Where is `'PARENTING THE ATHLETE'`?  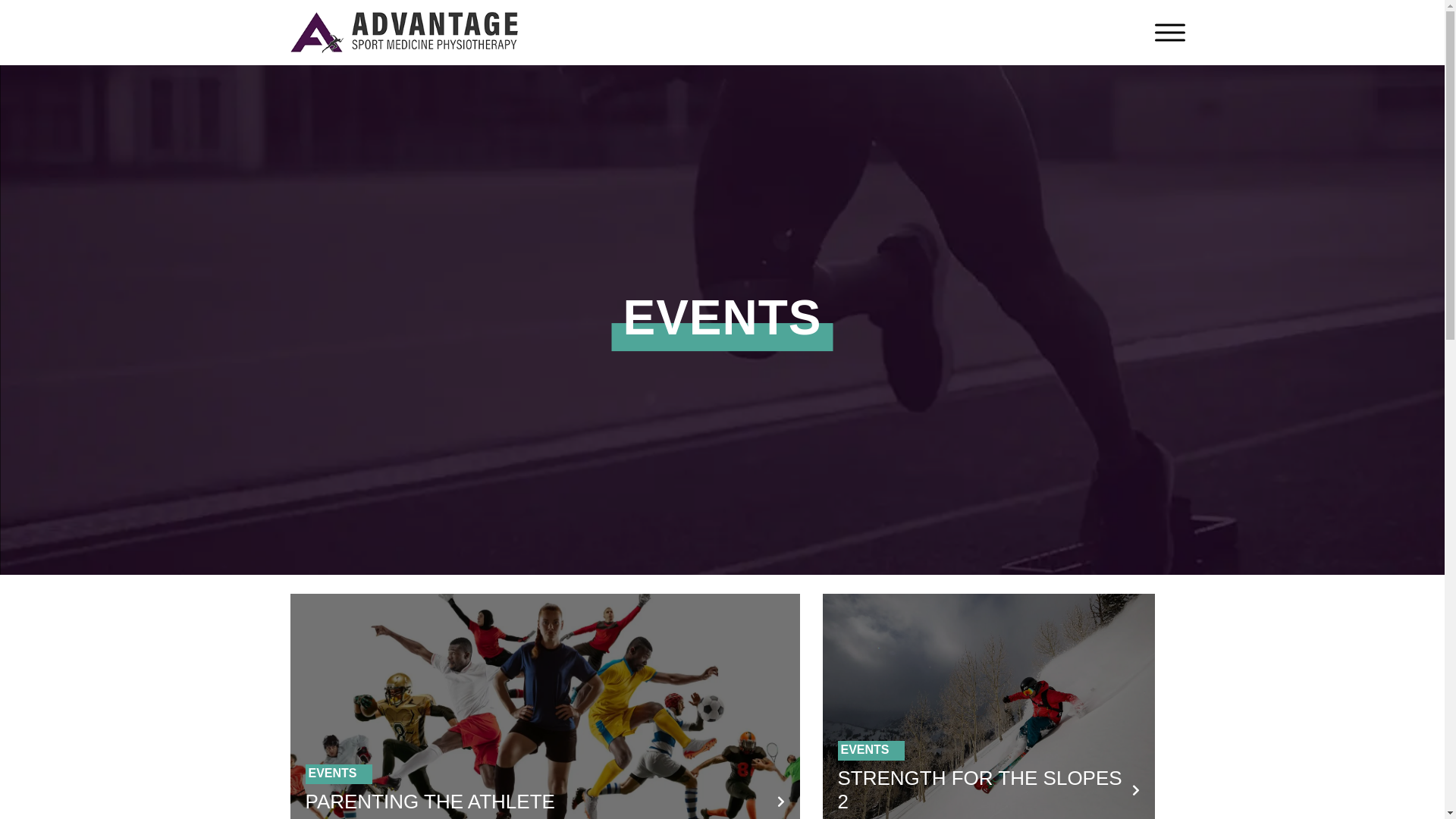 'PARENTING THE ATHLETE' is located at coordinates (304, 800).